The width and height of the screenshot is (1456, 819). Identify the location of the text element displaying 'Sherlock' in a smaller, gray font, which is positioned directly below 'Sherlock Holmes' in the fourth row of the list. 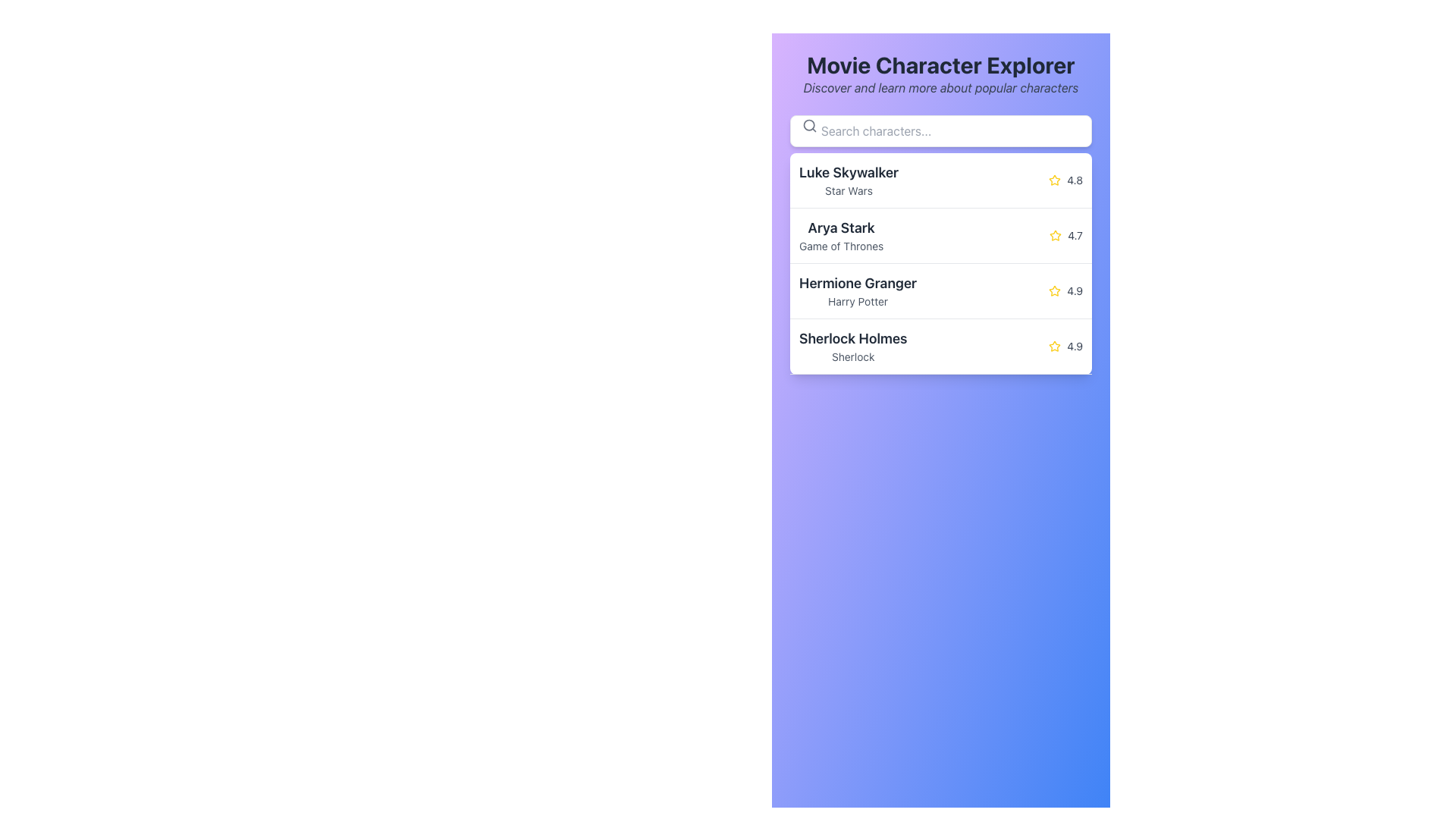
(853, 356).